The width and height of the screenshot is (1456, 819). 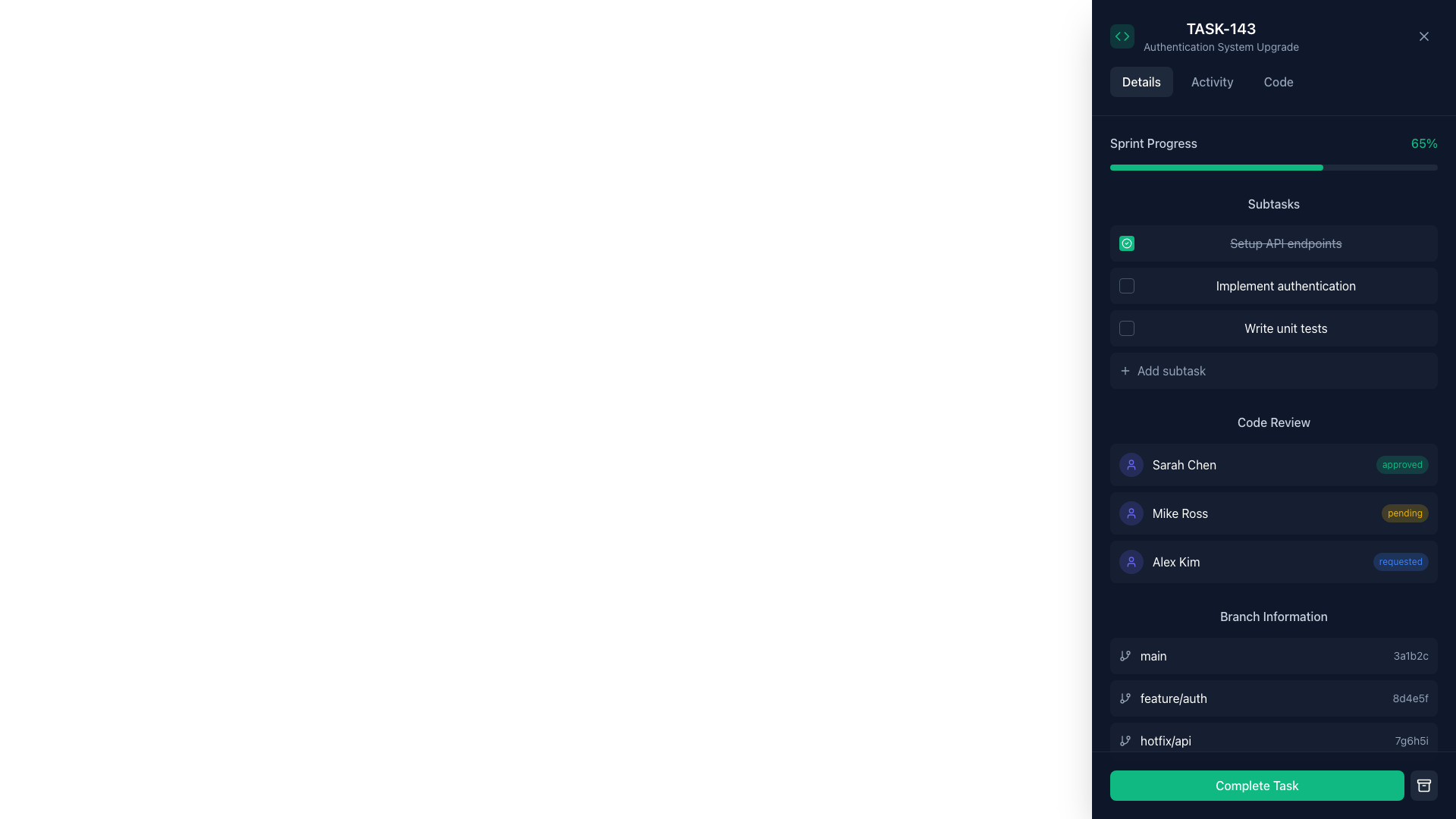 What do you see at coordinates (1285, 242) in the screenshot?
I see `text of the text label displaying 'Setup API endpoints' styled in a strikethrough font located in the right sidebar under the 'Subtasks' section` at bounding box center [1285, 242].